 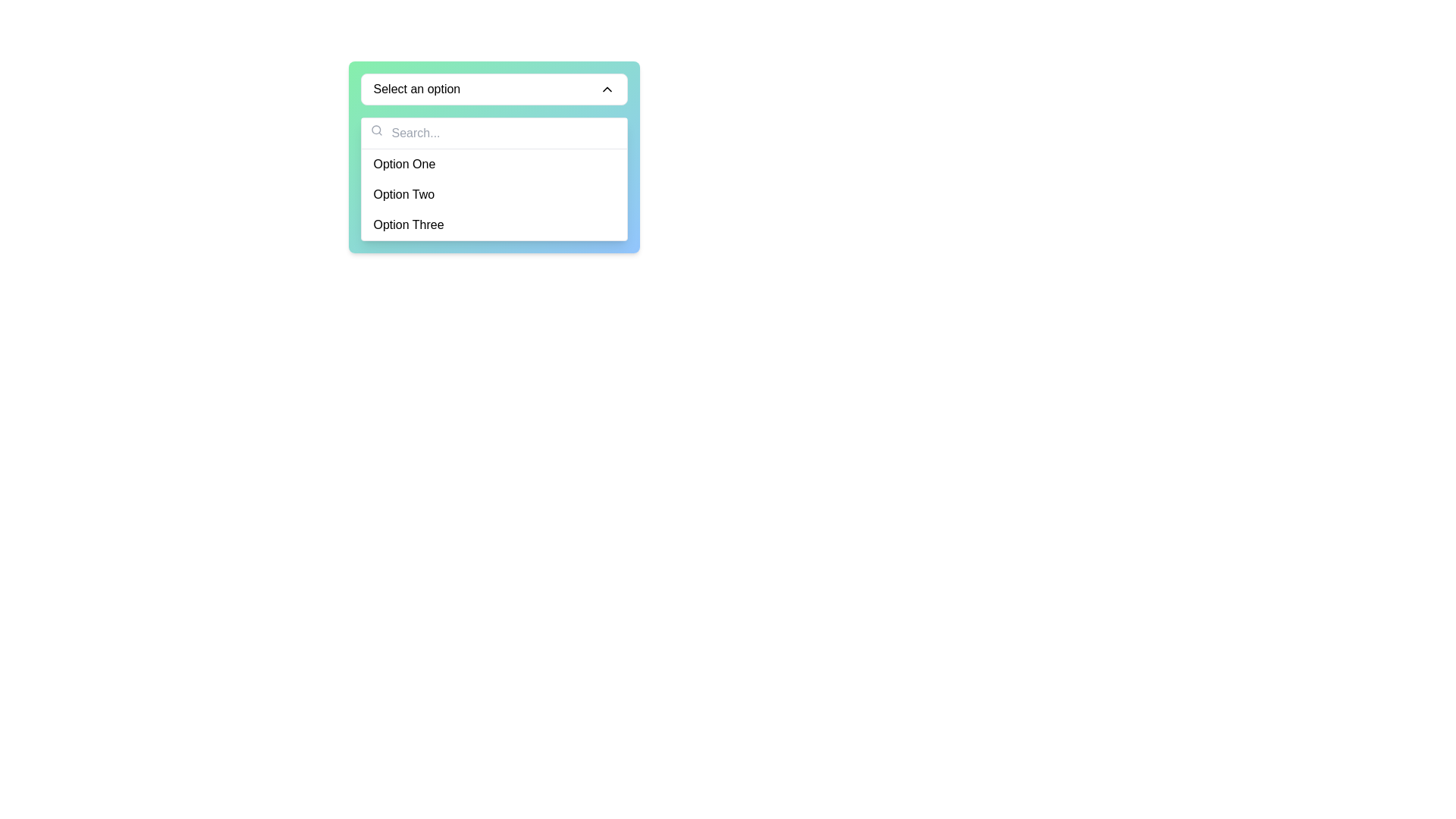 I want to click on the text label displaying 'Option One', so click(x=404, y=164).